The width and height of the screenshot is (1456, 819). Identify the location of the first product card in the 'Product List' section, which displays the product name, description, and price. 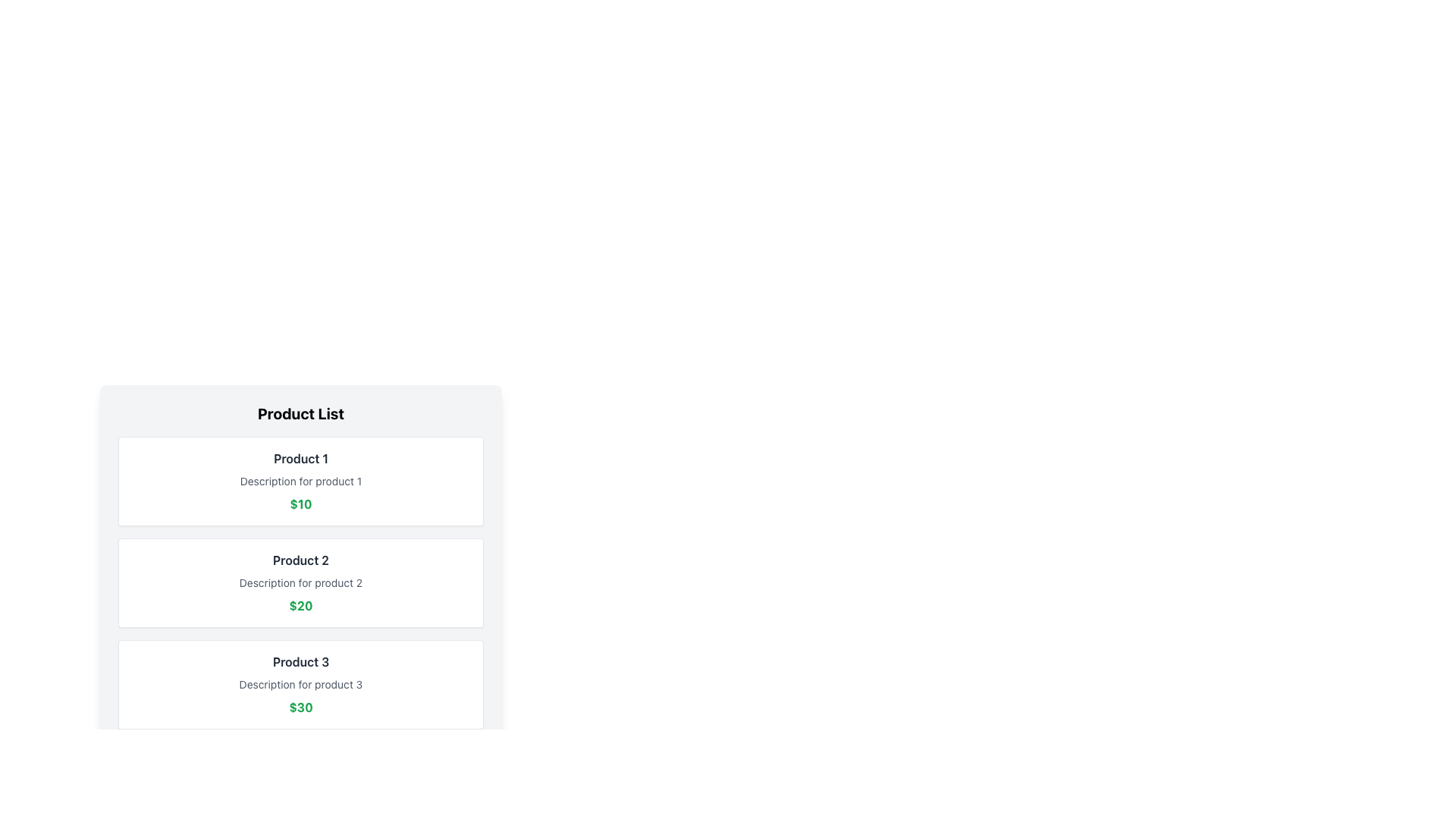
(301, 482).